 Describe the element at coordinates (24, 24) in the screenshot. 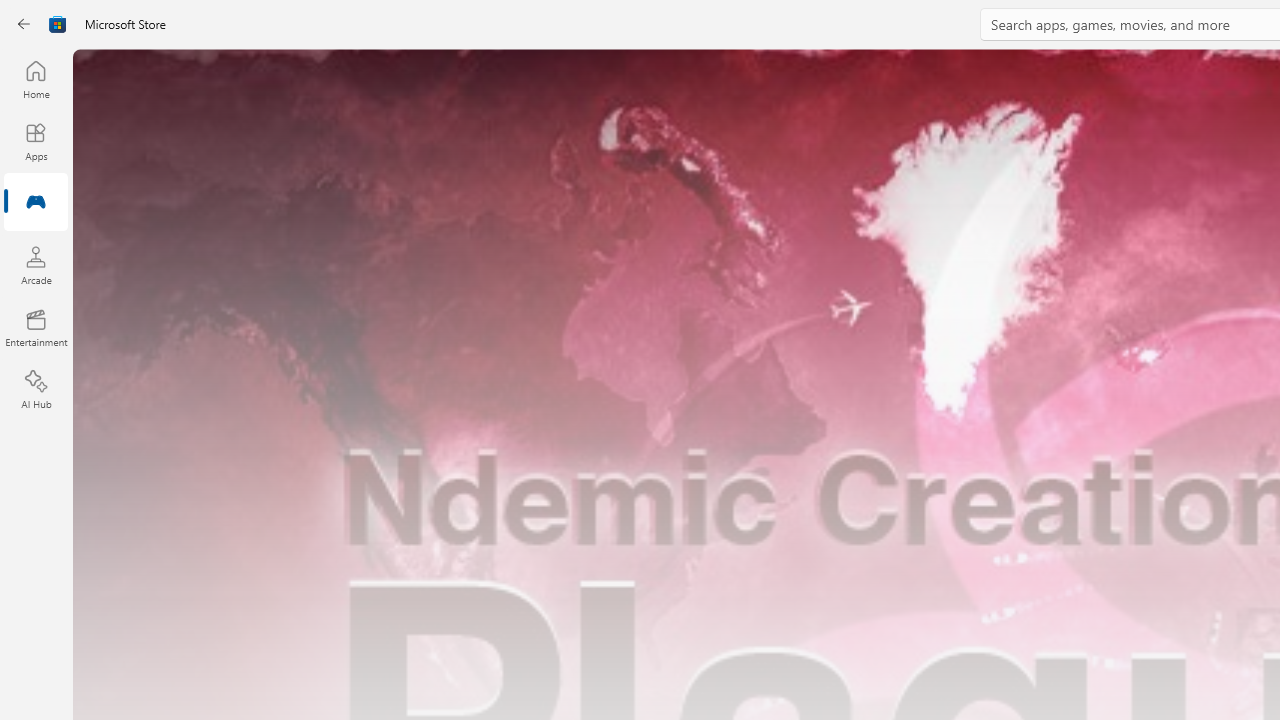

I see `'Back'` at that location.